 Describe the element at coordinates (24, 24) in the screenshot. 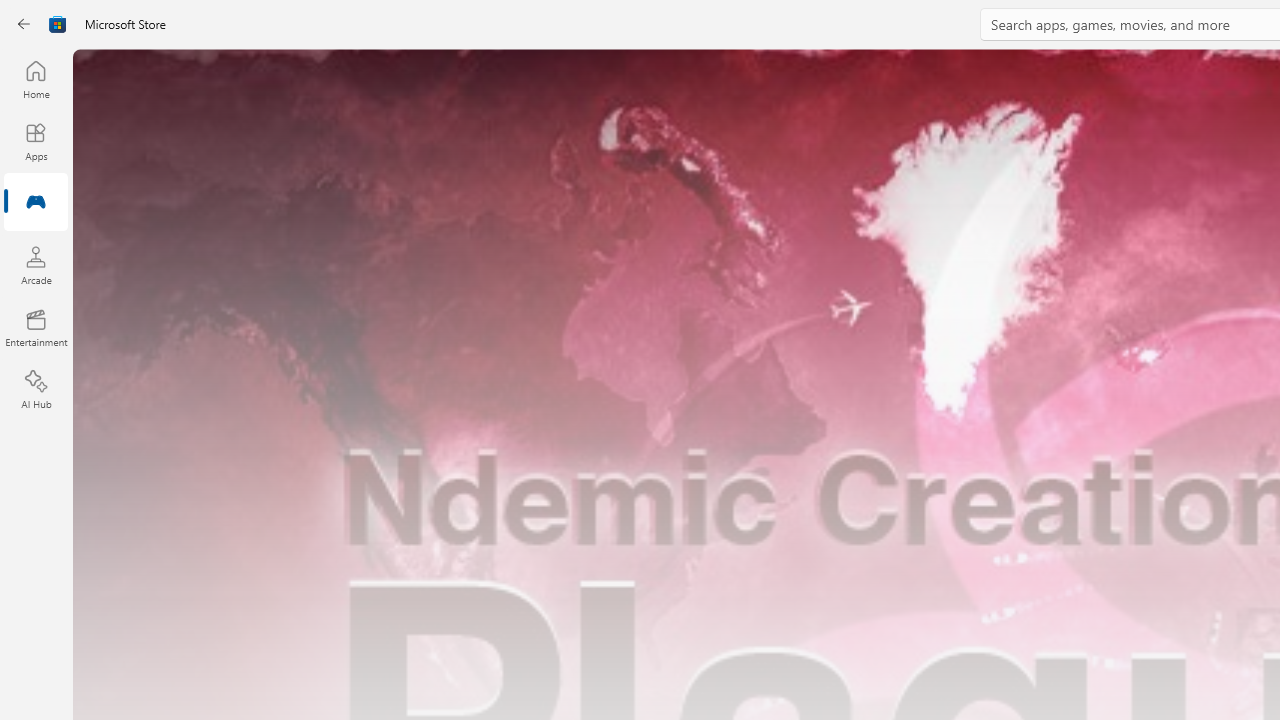

I see `'Back'` at that location.